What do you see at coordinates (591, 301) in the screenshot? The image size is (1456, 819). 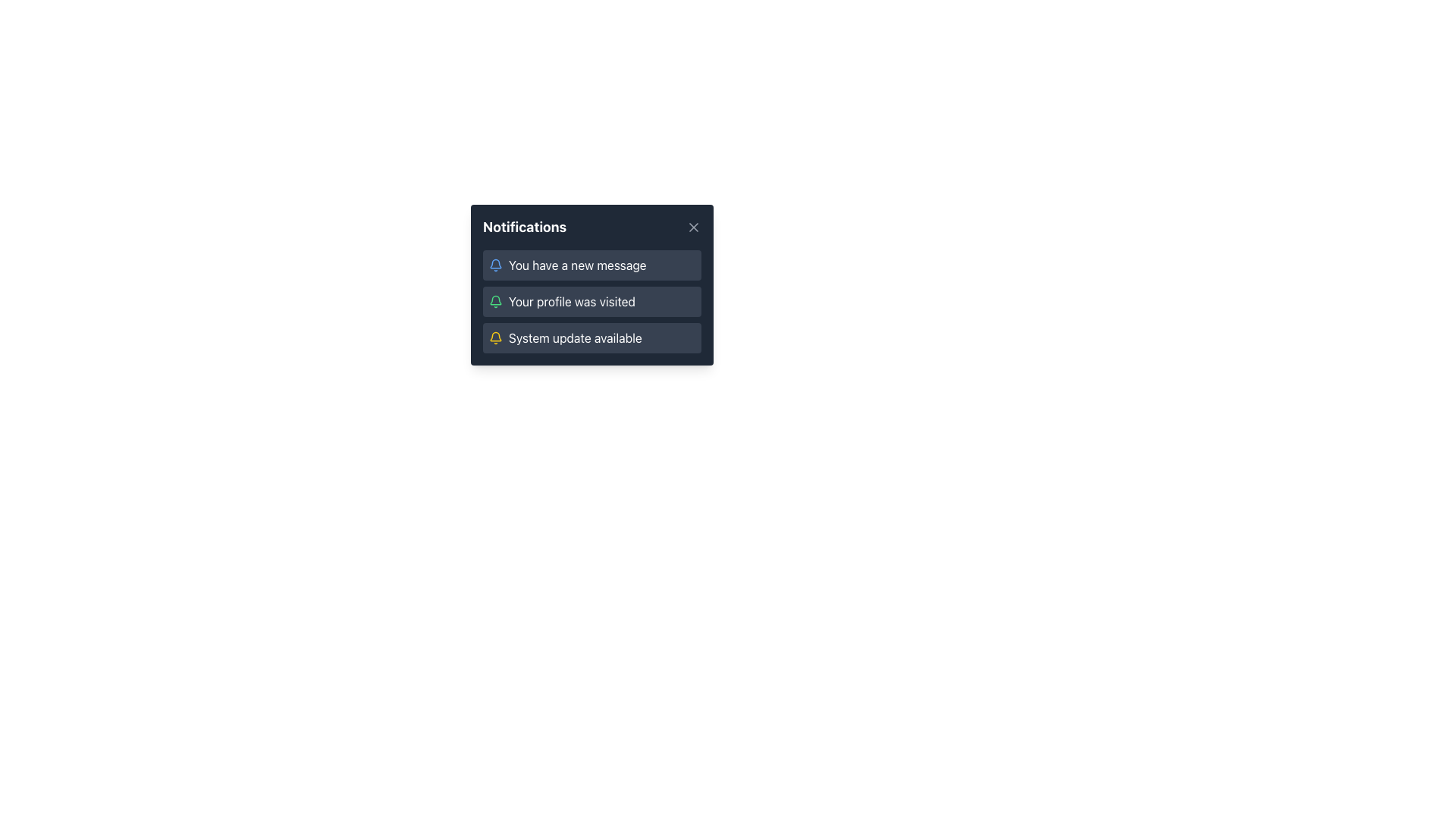 I see `the notification items in the vertically stacked list within the 'Notifications' panel` at bounding box center [591, 301].